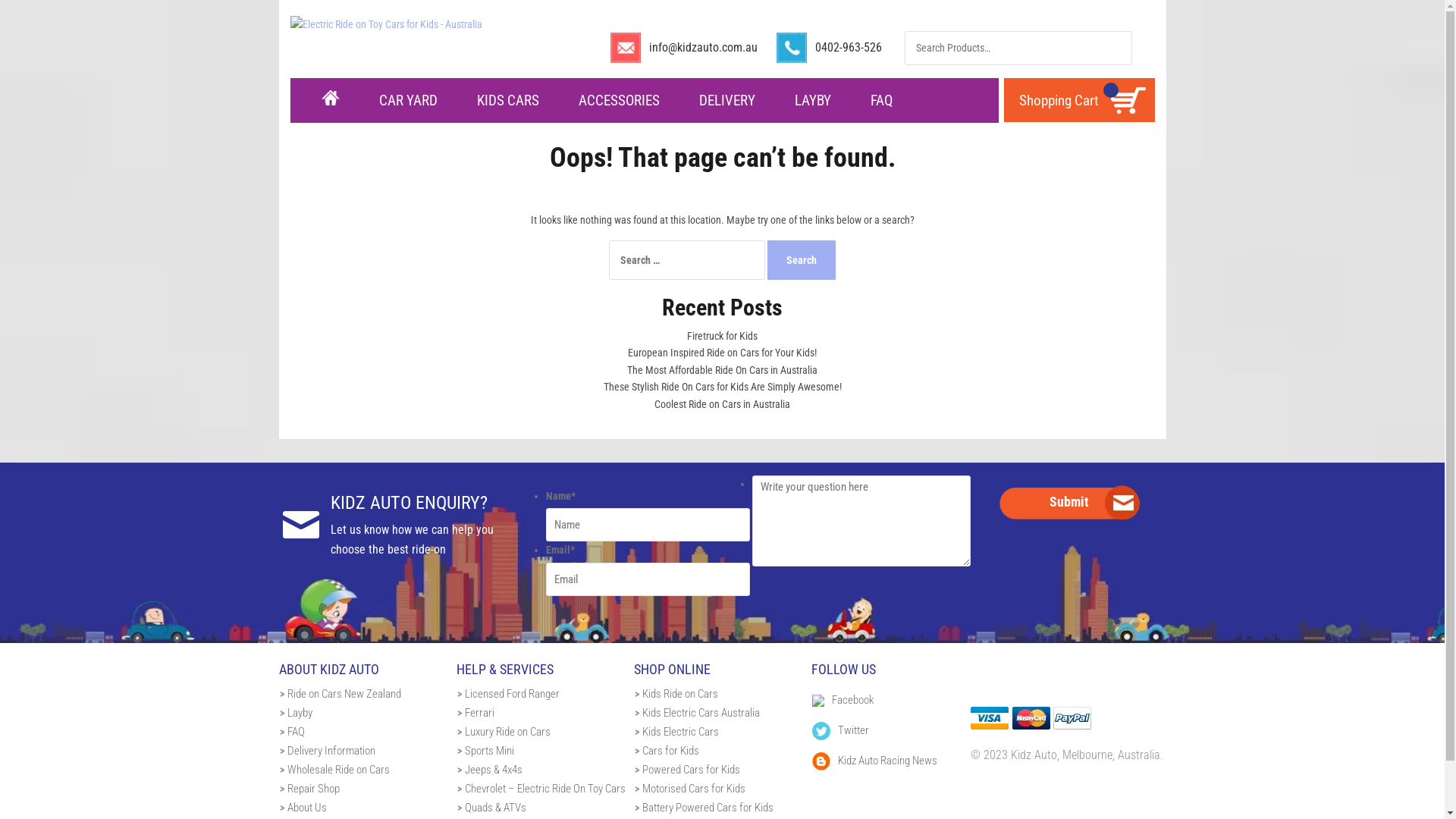 The height and width of the screenshot is (819, 1456). Describe the element at coordinates (287, 693) in the screenshot. I see `'Ride on Cars New Zealand'` at that location.